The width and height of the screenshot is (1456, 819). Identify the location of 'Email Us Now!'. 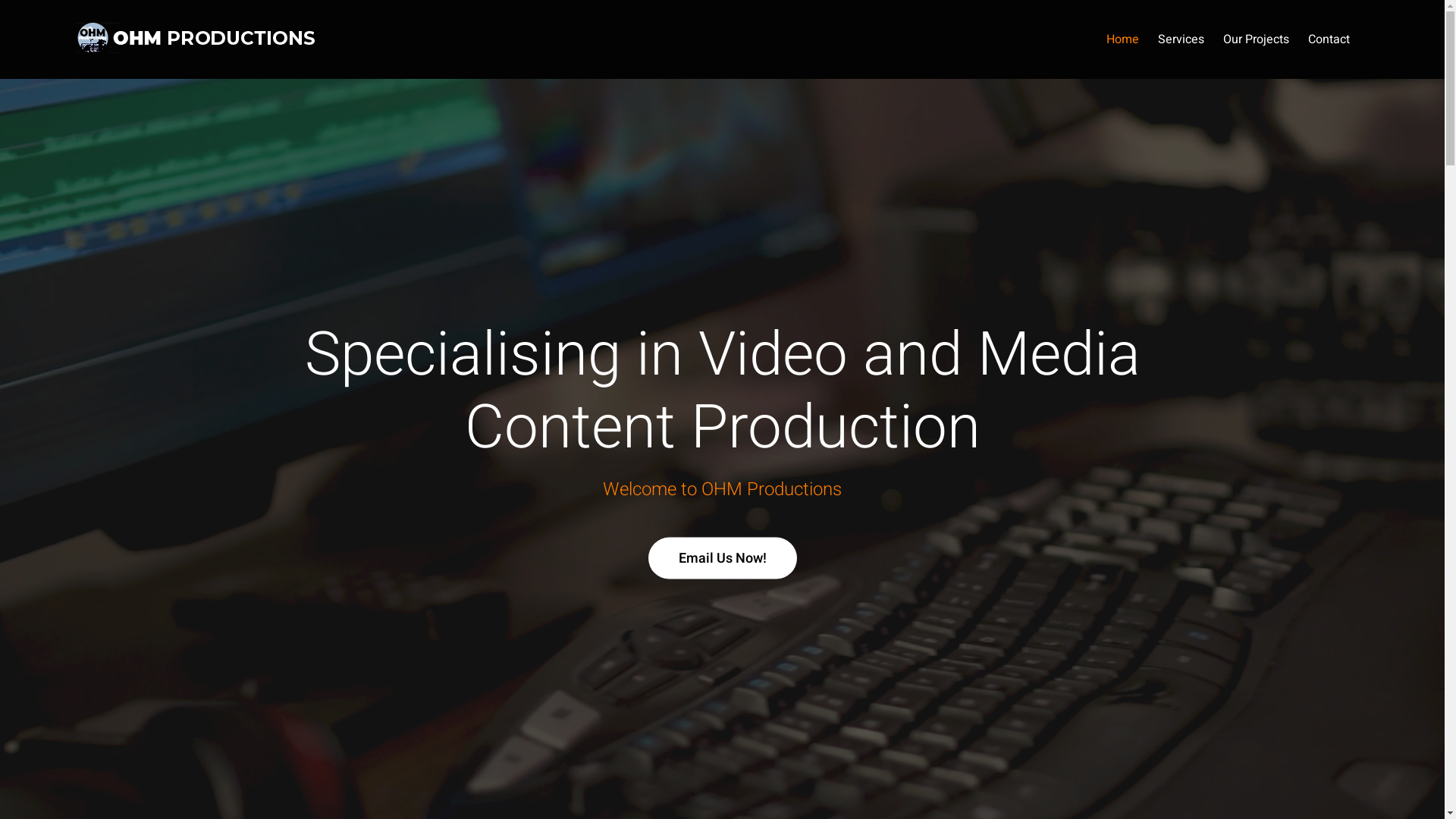
(720, 557).